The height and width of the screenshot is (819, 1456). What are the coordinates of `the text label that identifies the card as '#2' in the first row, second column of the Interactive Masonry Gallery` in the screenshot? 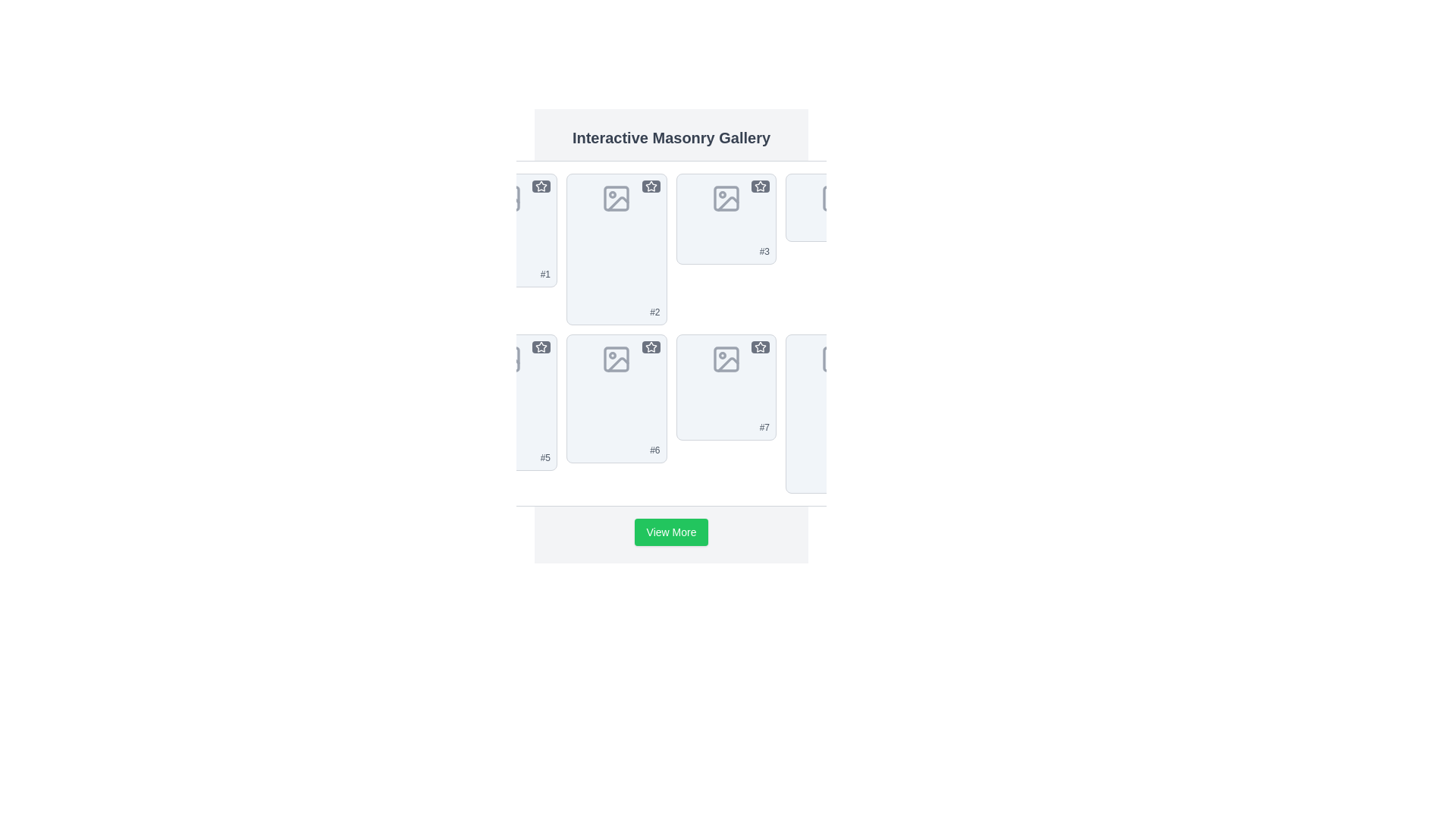 It's located at (654, 312).